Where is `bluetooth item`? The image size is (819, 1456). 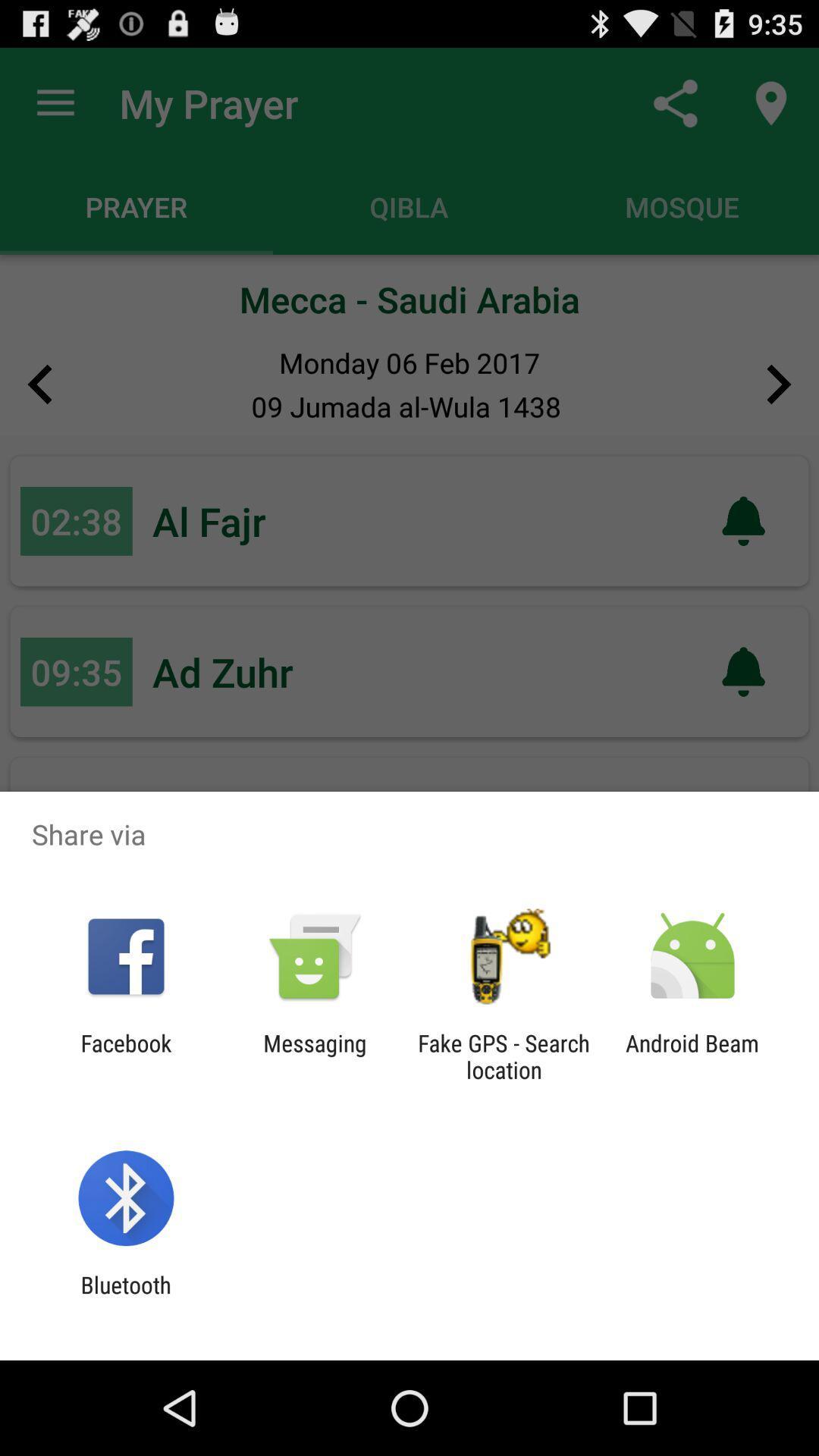
bluetooth item is located at coordinates (125, 1298).